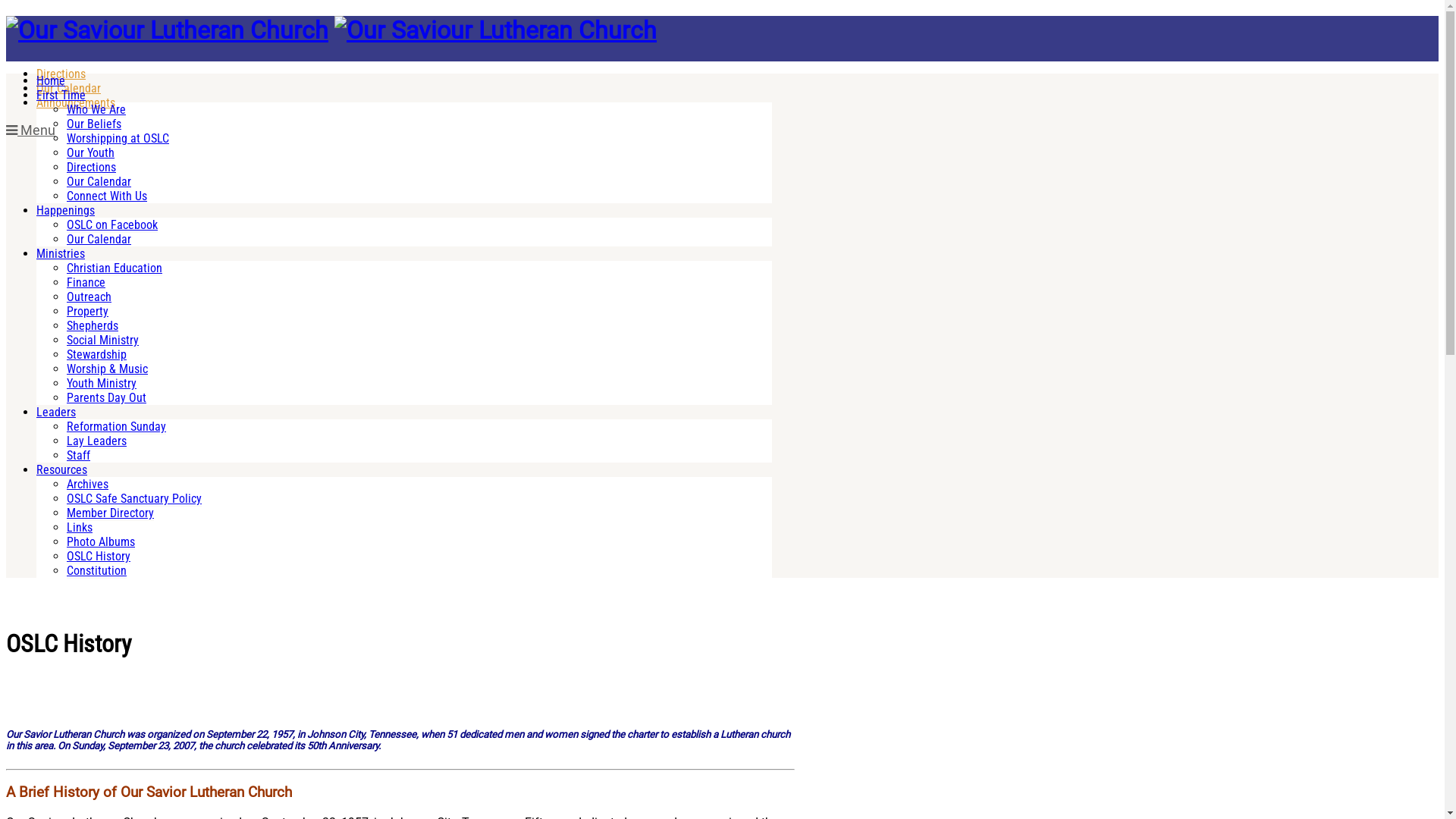  What do you see at coordinates (106, 369) in the screenshot?
I see `'Worship & Music'` at bounding box center [106, 369].